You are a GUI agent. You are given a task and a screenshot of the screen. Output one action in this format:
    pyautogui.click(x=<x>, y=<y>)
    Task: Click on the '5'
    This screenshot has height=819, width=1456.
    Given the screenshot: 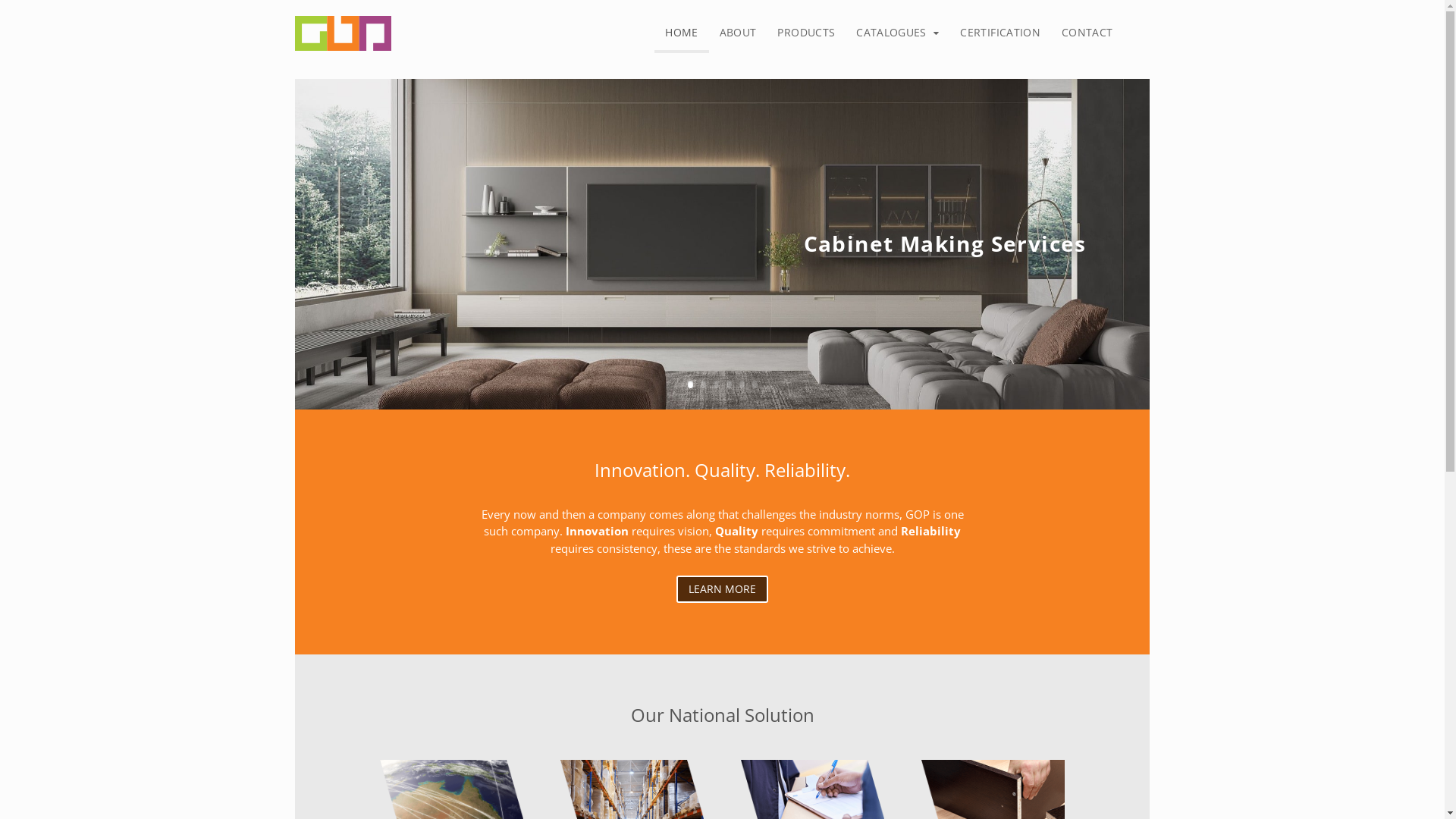 What is the action you would take?
    pyautogui.click(x=739, y=383)
    